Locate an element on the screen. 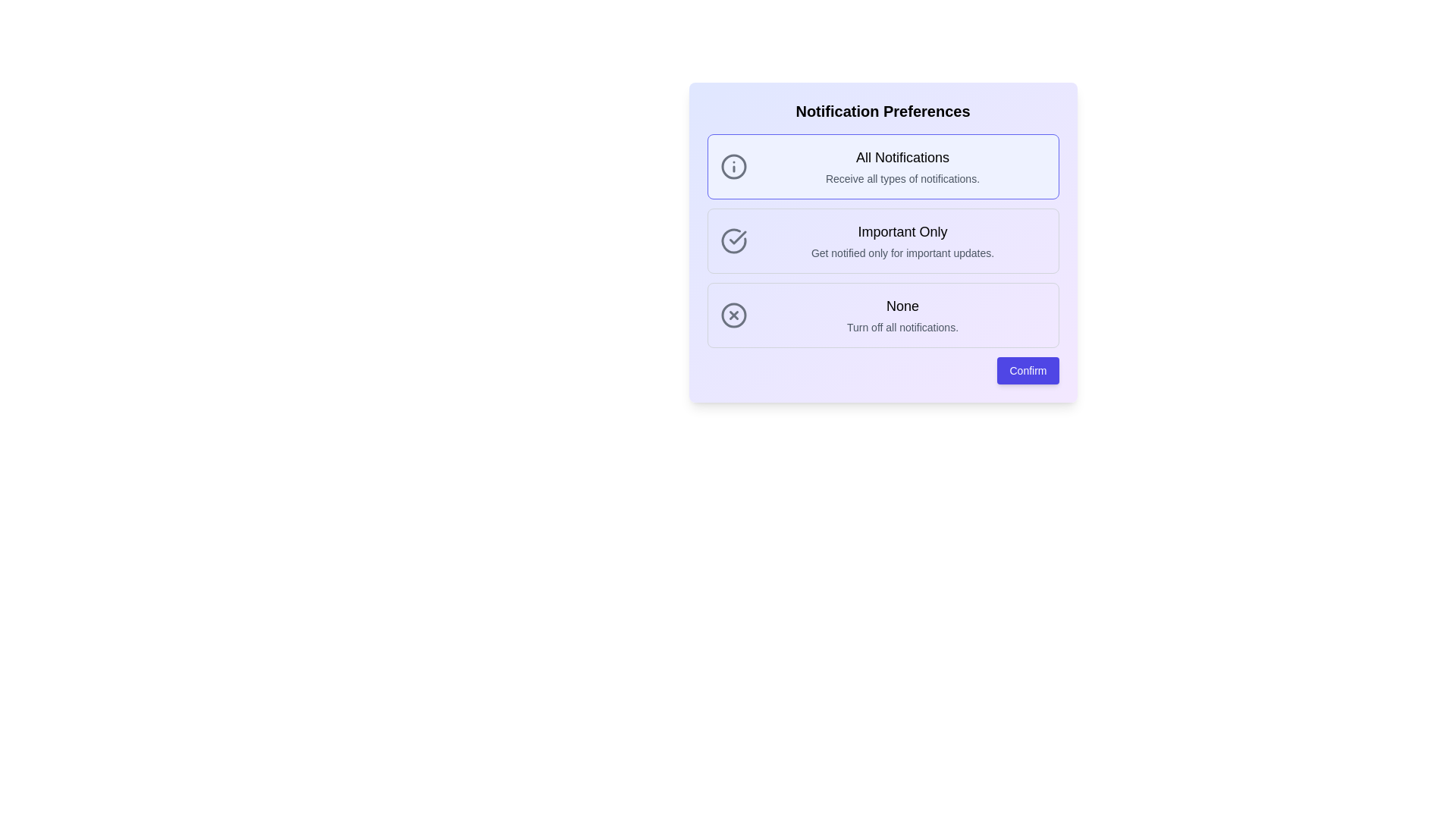 The height and width of the screenshot is (819, 1456). the descriptive text label that explains the 'None' notification preference option, located on the bottom portion of the 'None' option is located at coordinates (902, 327).